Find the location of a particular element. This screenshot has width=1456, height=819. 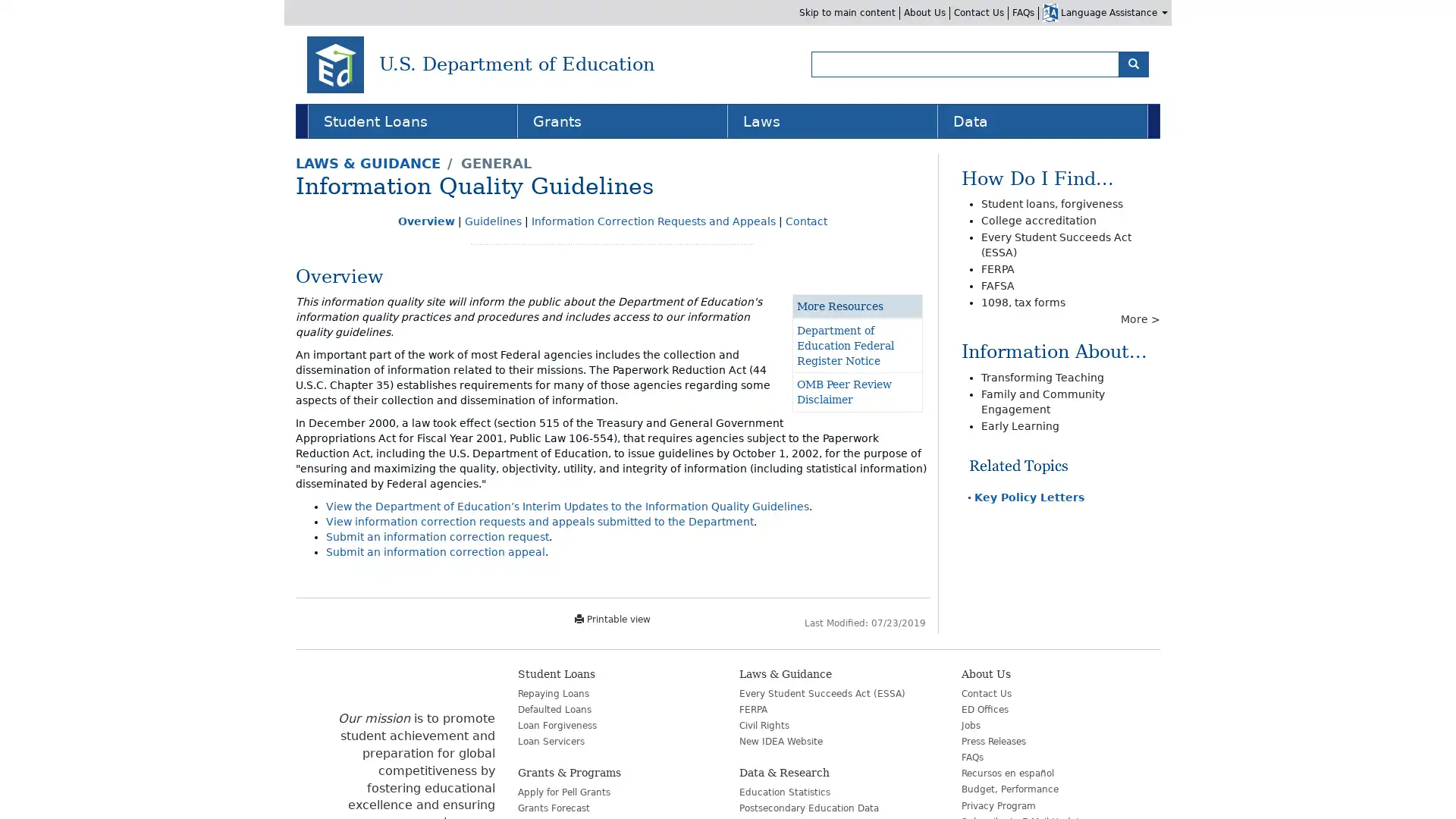

Search is located at coordinates (1133, 63).